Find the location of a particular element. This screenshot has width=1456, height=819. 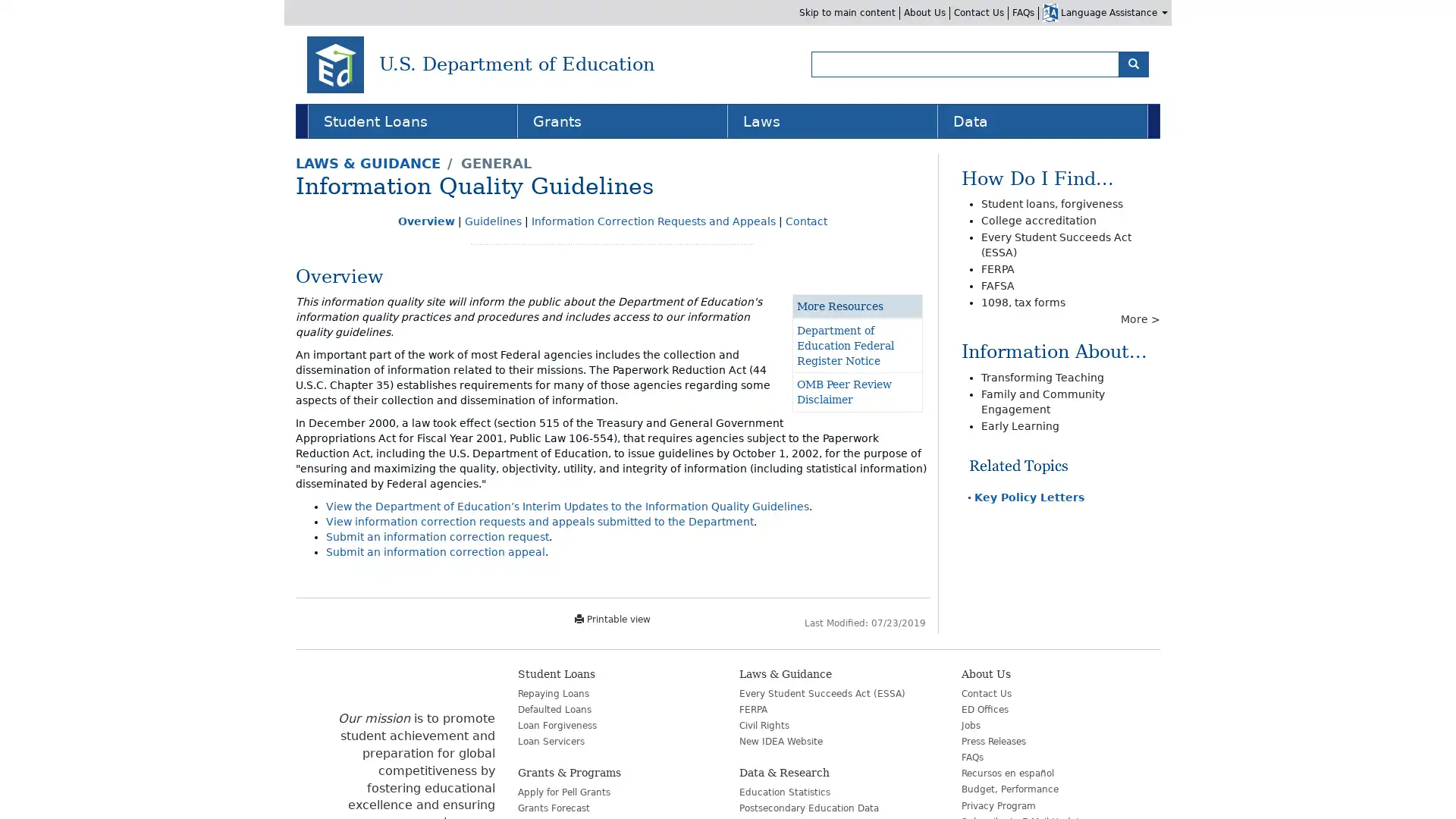

Search is located at coordinates (1133, 63).